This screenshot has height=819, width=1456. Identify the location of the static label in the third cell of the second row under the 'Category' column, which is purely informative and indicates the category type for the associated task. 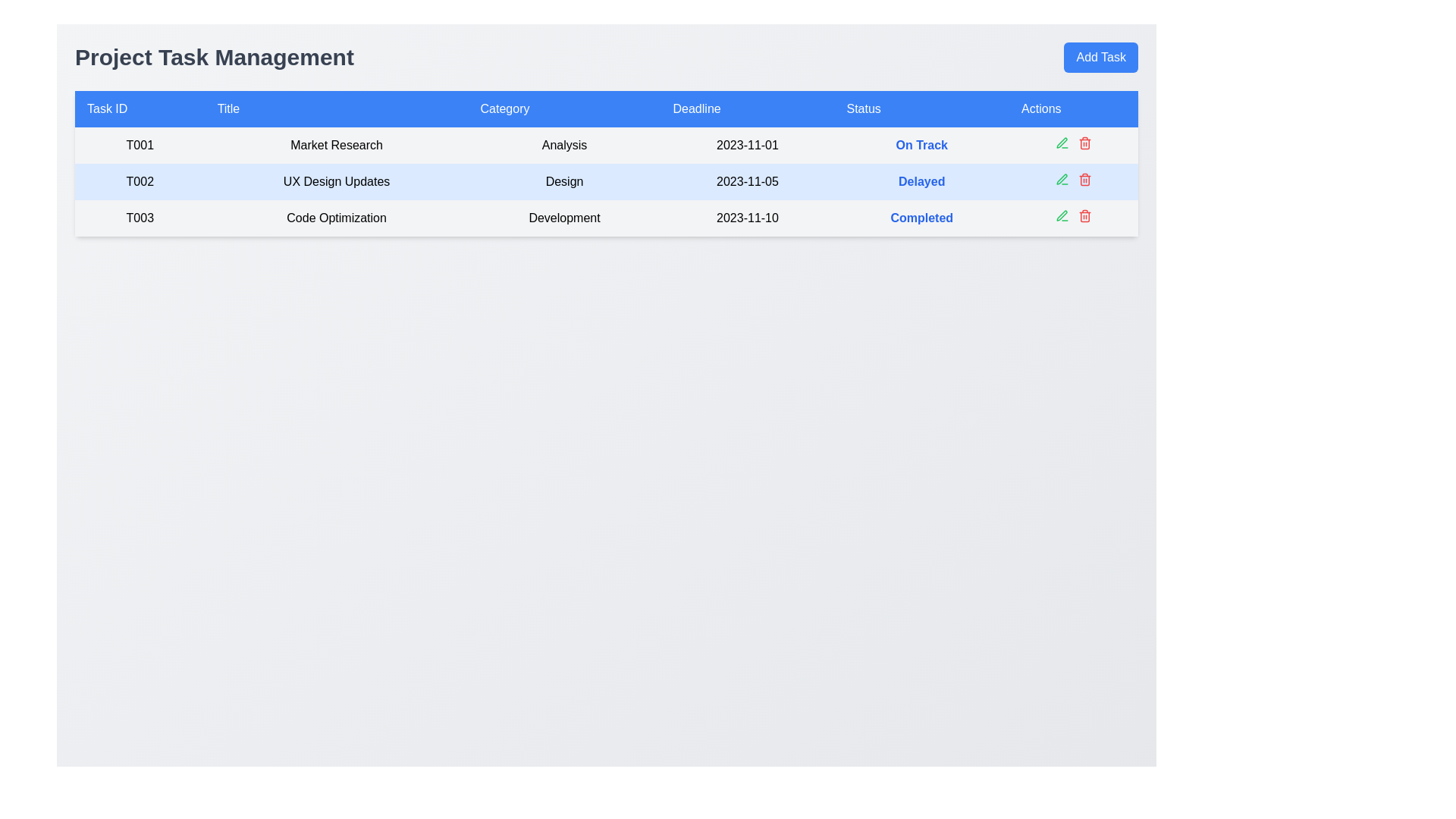
(563, 180).